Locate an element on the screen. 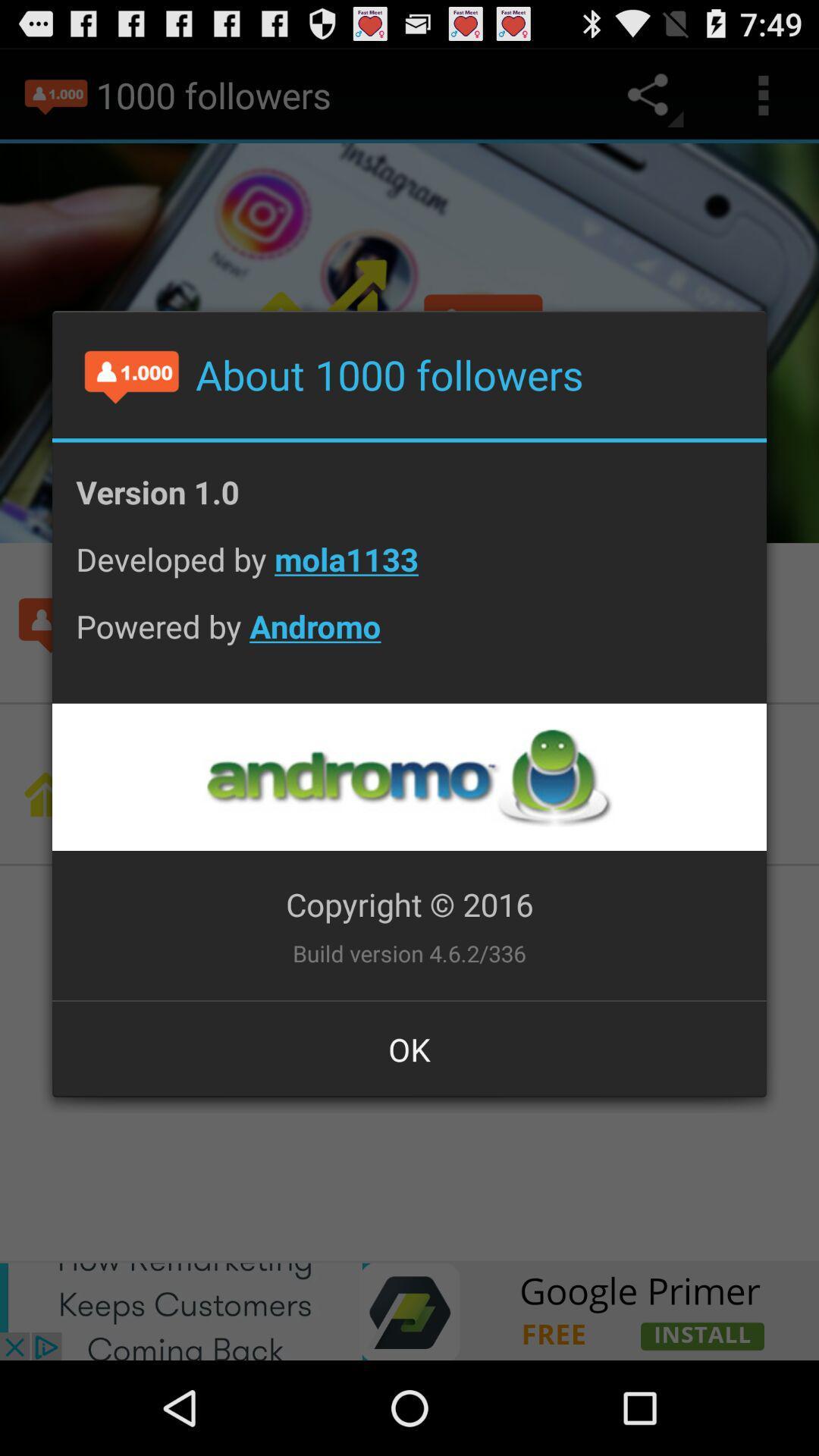 The height and width of the screenshot is (1456, 819). the button at the bottom is located at coordinates (409, 1048).